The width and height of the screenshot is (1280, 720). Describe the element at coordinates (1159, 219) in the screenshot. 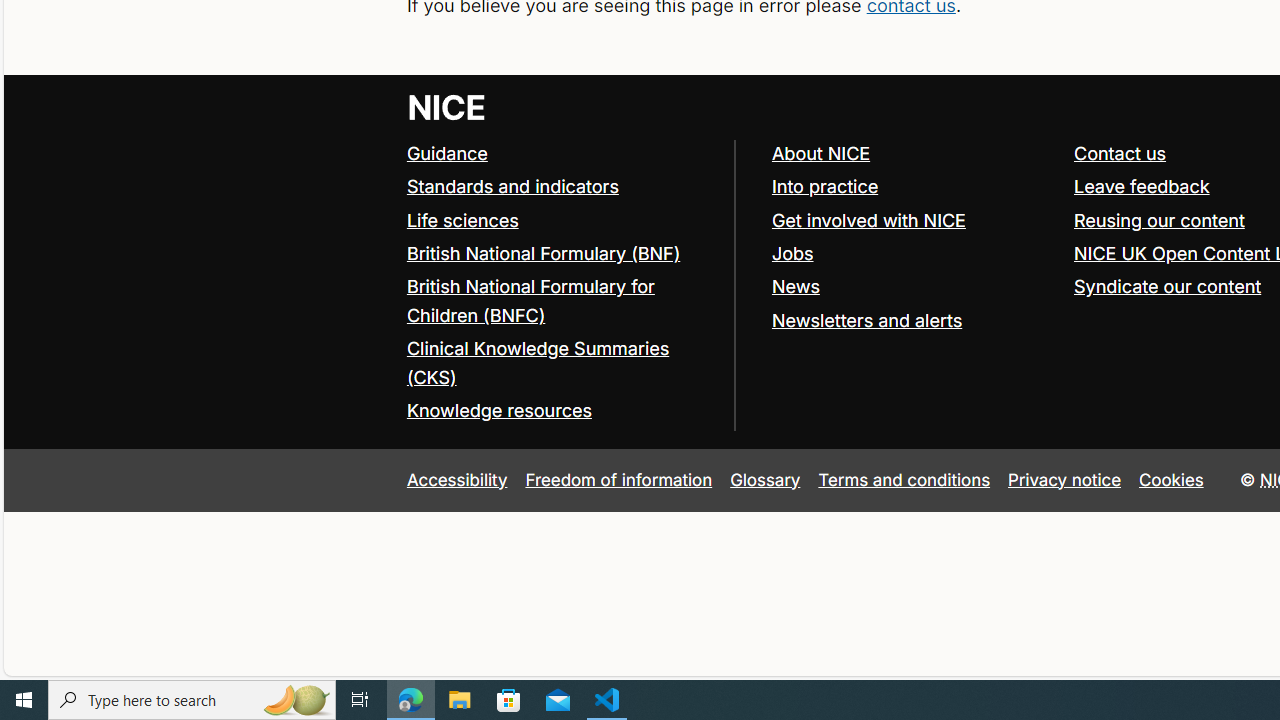

I see `'Reusing our content'` at that location.